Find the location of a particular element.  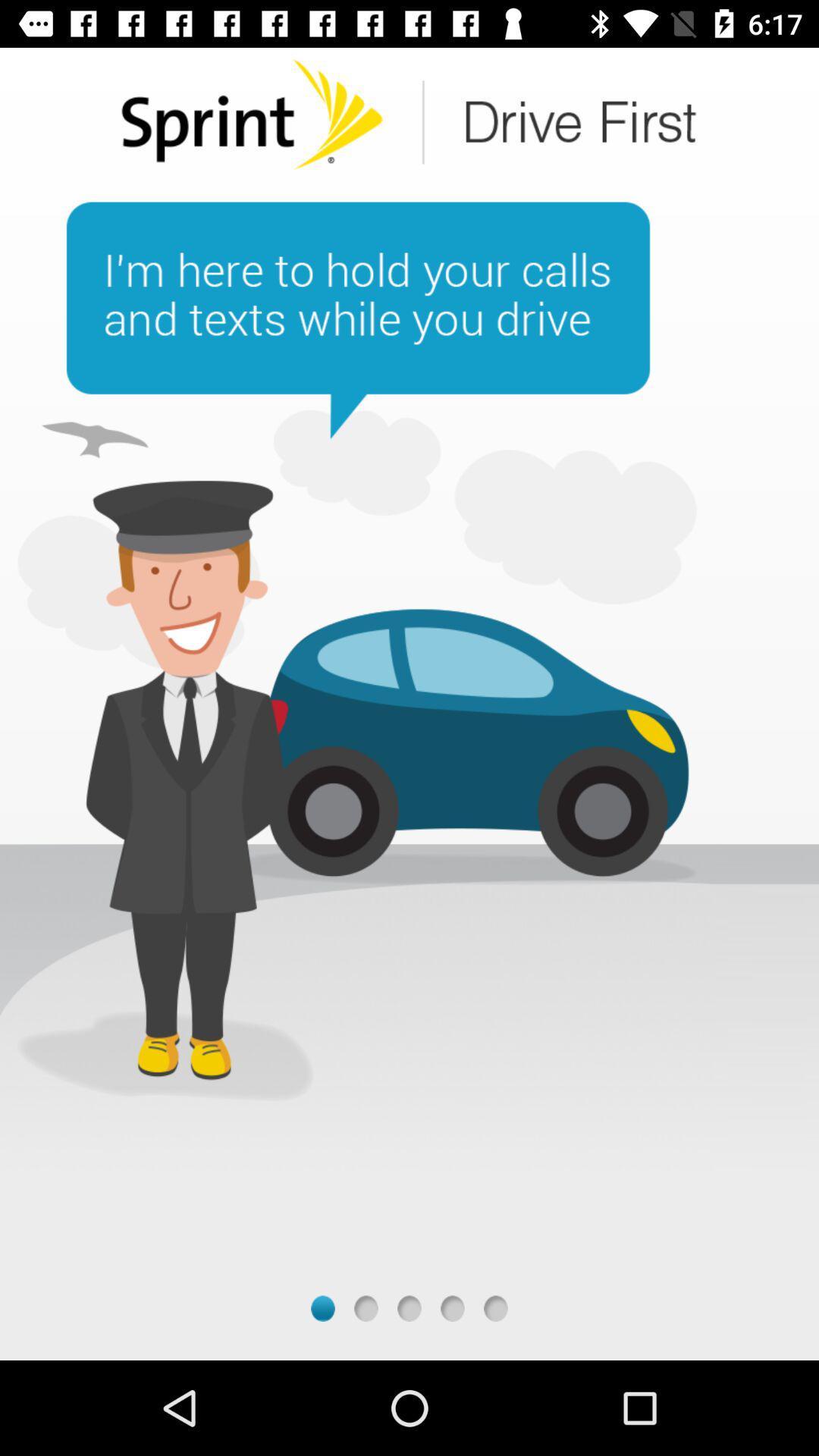

next screen is located at coordinates (452, 1307).